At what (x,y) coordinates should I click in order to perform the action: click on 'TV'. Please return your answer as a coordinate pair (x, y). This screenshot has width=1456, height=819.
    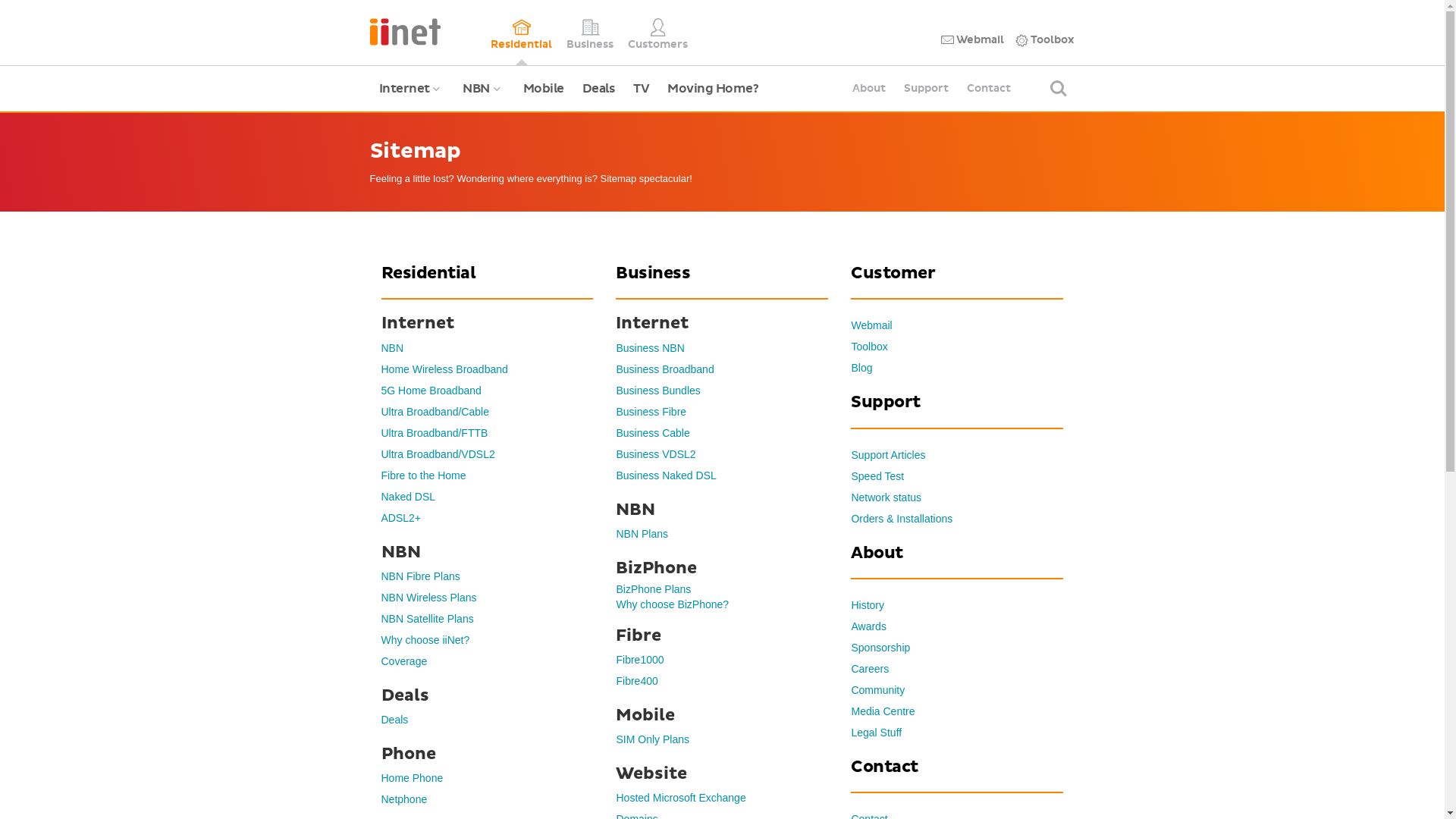
    Looking at the image, I should click on (641, 88).